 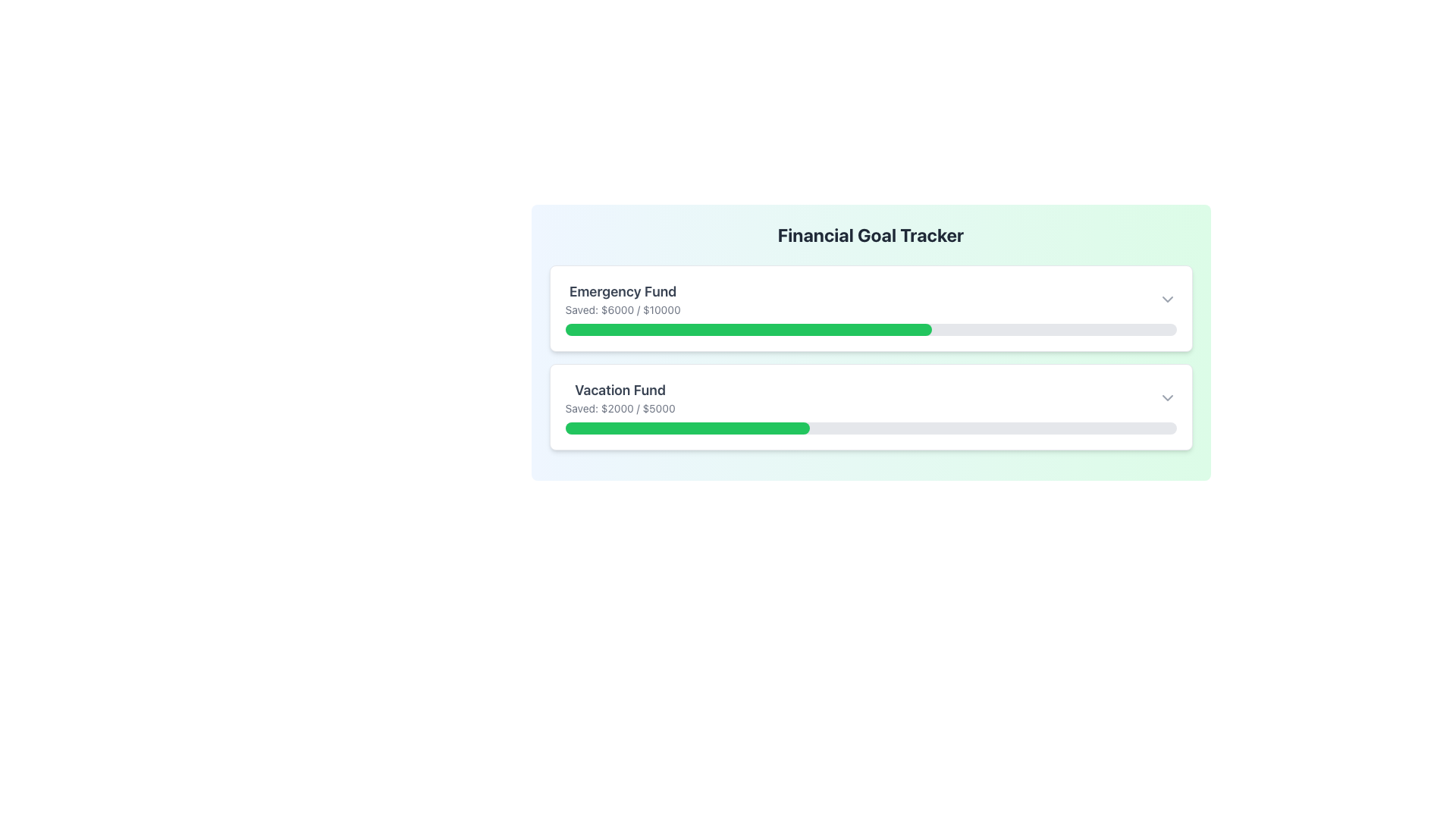 I want to click on the text label 'Vacation Fund' displayed in bold style within the financial goal tracker interface, located above the 'Saved: $2000 / $5000' text, so click(x=620, y=390).